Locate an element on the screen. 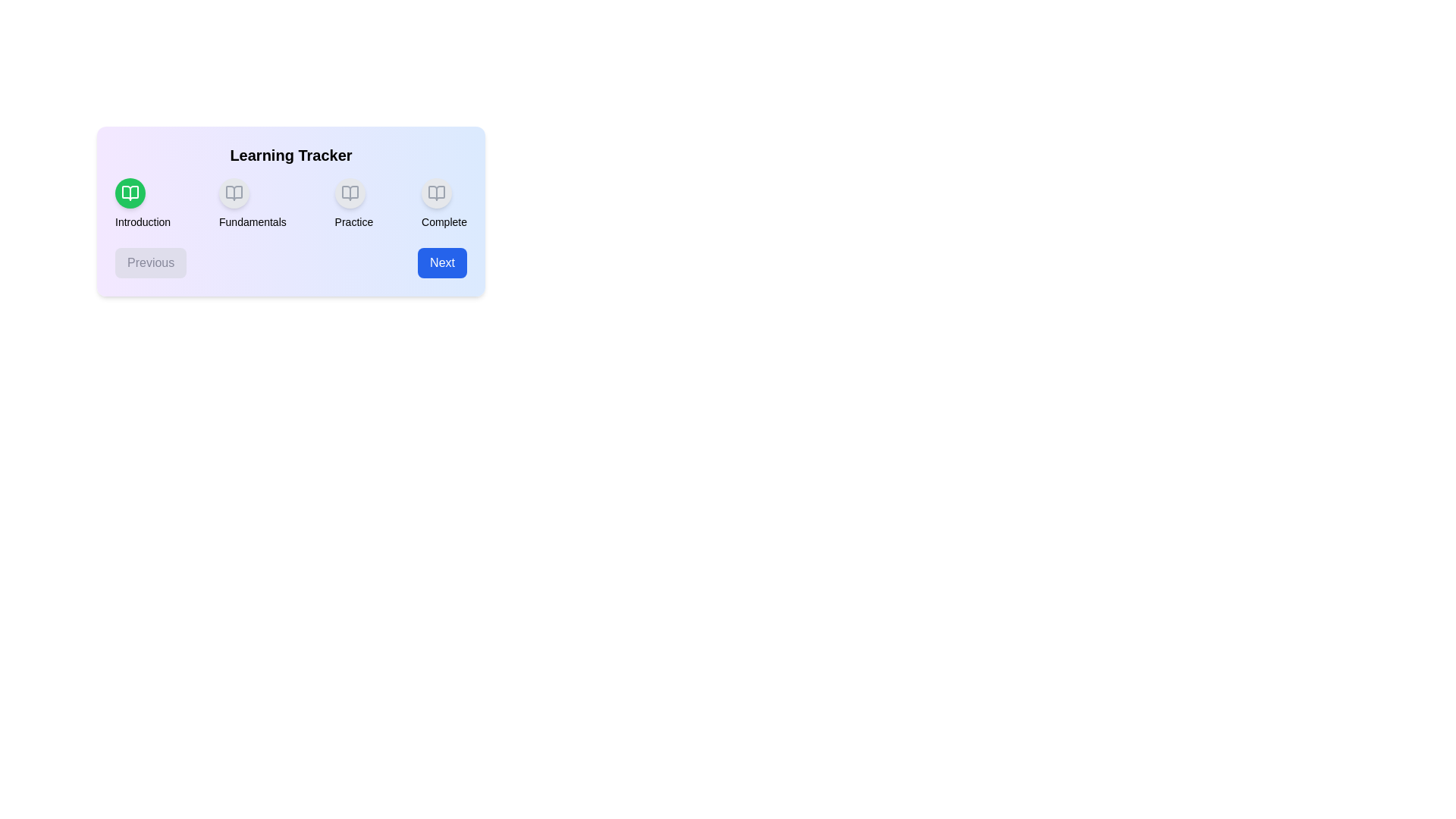 This screenshot has height=819, width=1456. the 'Complete' progress state element, which is the fourth item in a horizontally aligned sequence indicating task completion is located at coordinates (443, 203).